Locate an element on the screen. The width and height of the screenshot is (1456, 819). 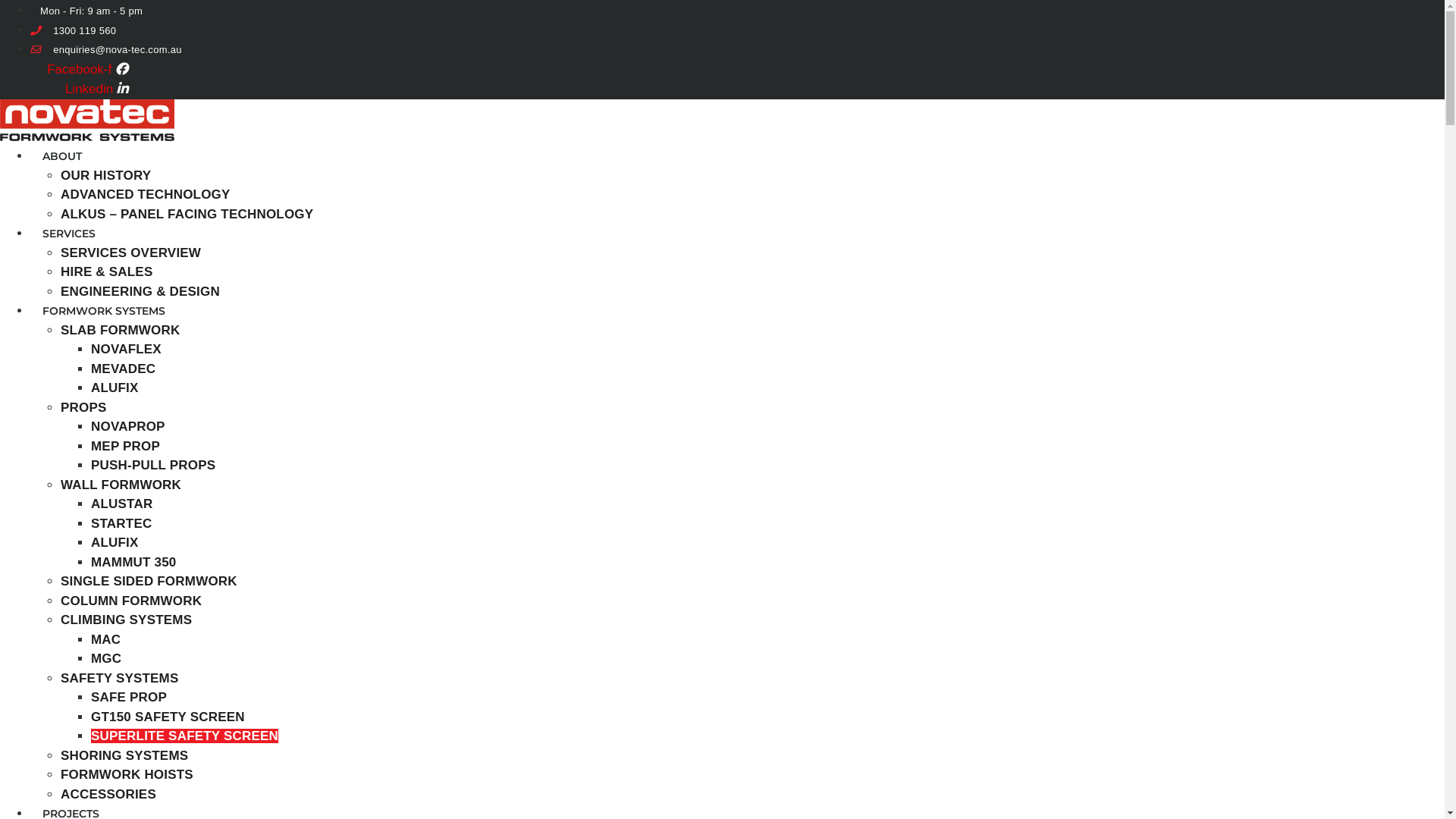
'SAFETY SYSTEMS' is located at coordinates (61, 677).